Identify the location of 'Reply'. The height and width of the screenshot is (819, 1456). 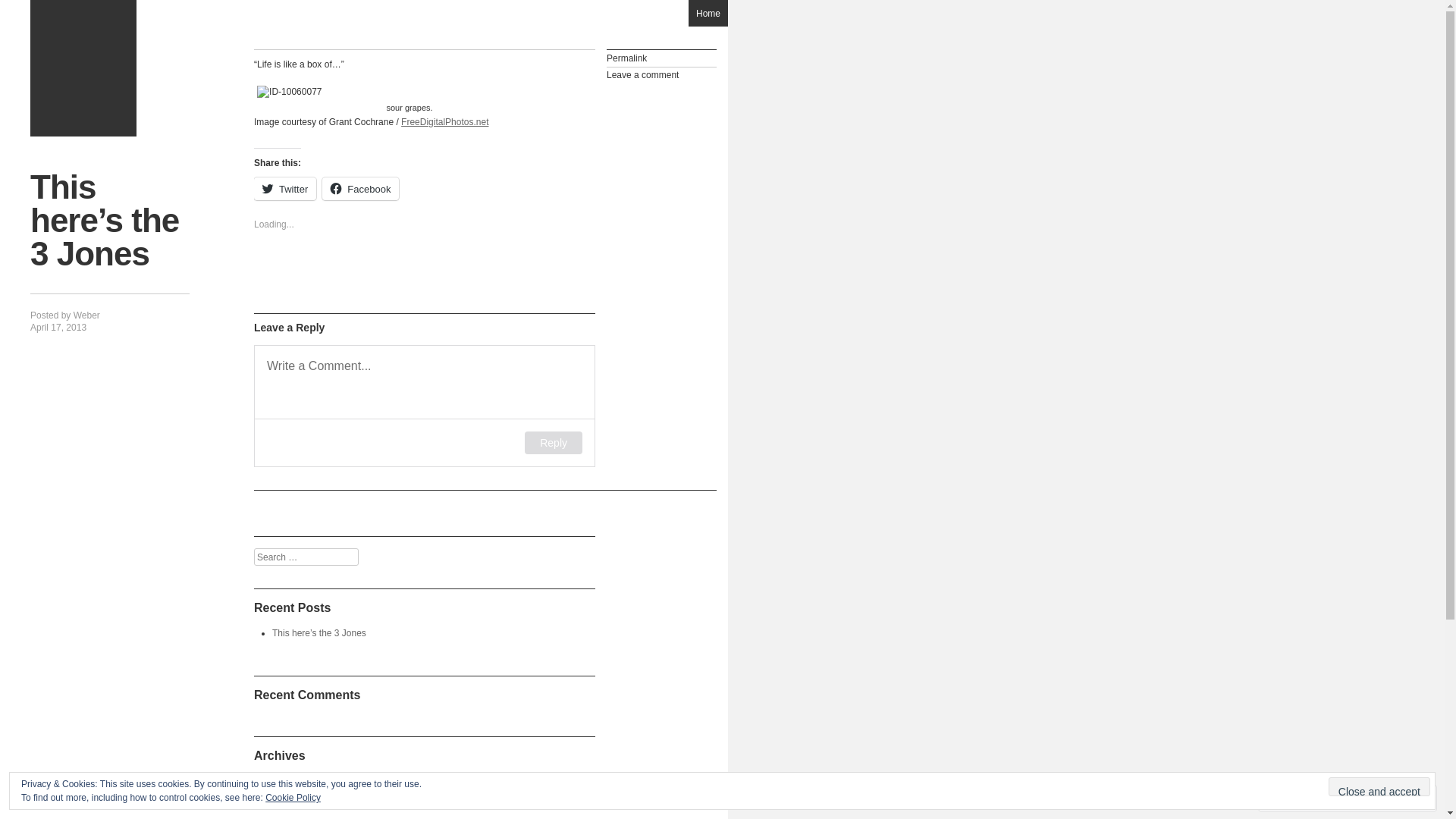
(552, 442).